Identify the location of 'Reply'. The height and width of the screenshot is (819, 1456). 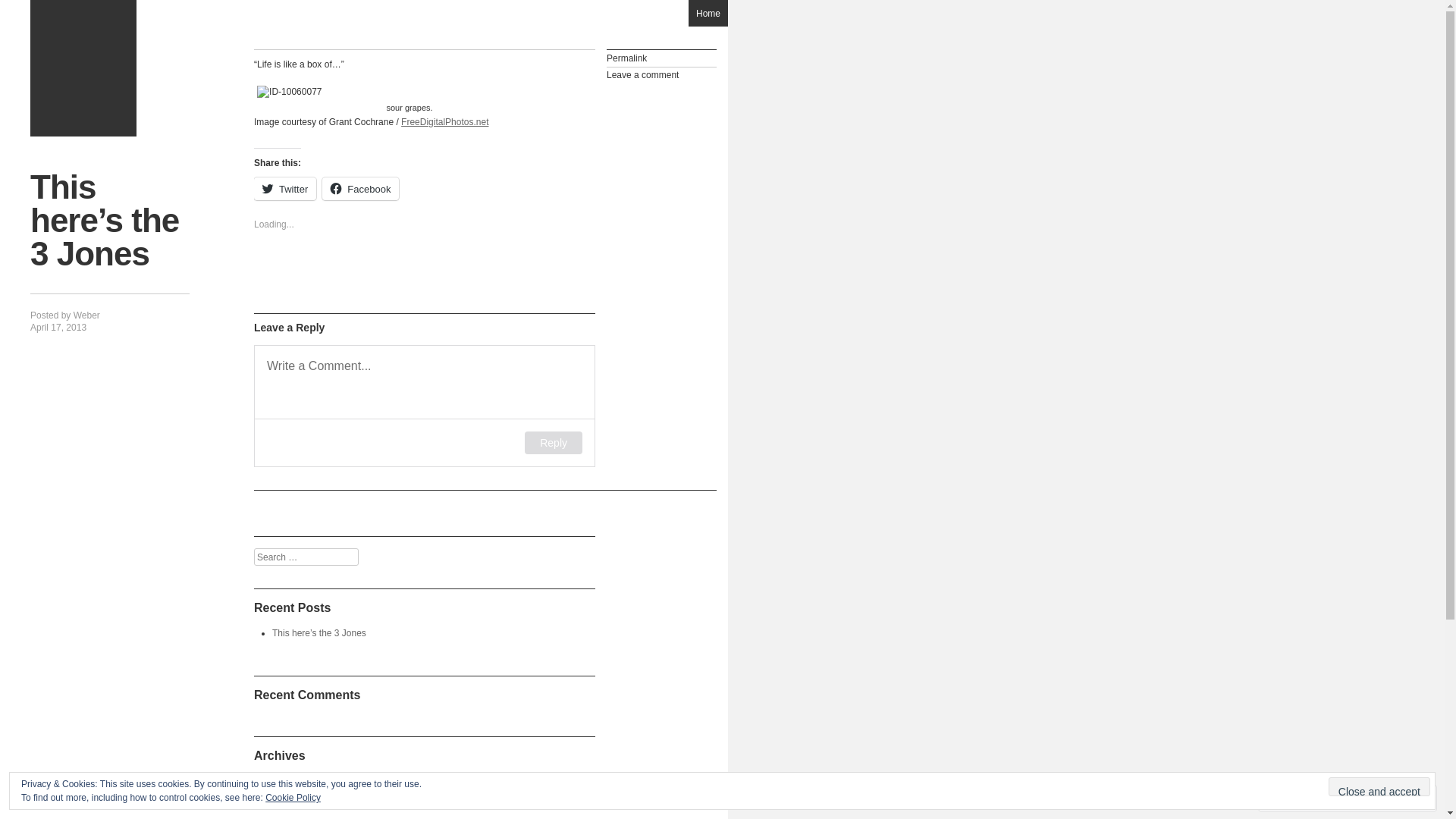
(552, 442).